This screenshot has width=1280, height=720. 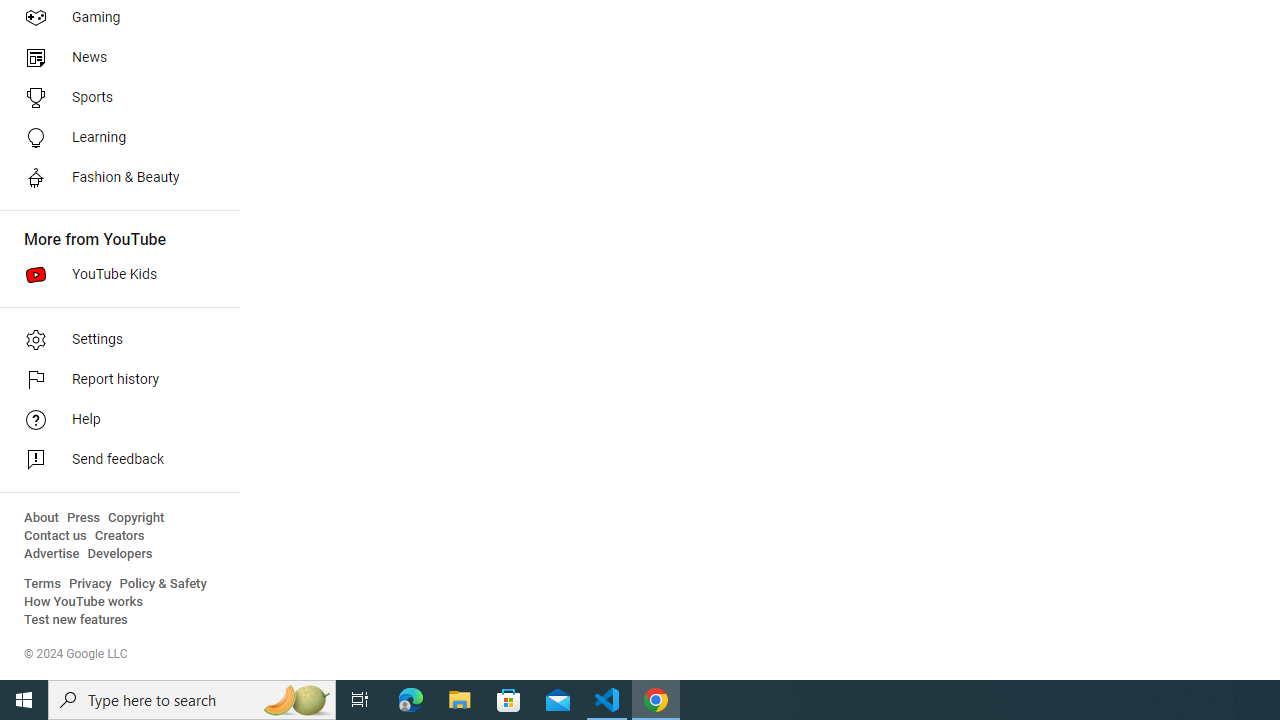 I want to click on 'Learning', so click(x=112, y=136).